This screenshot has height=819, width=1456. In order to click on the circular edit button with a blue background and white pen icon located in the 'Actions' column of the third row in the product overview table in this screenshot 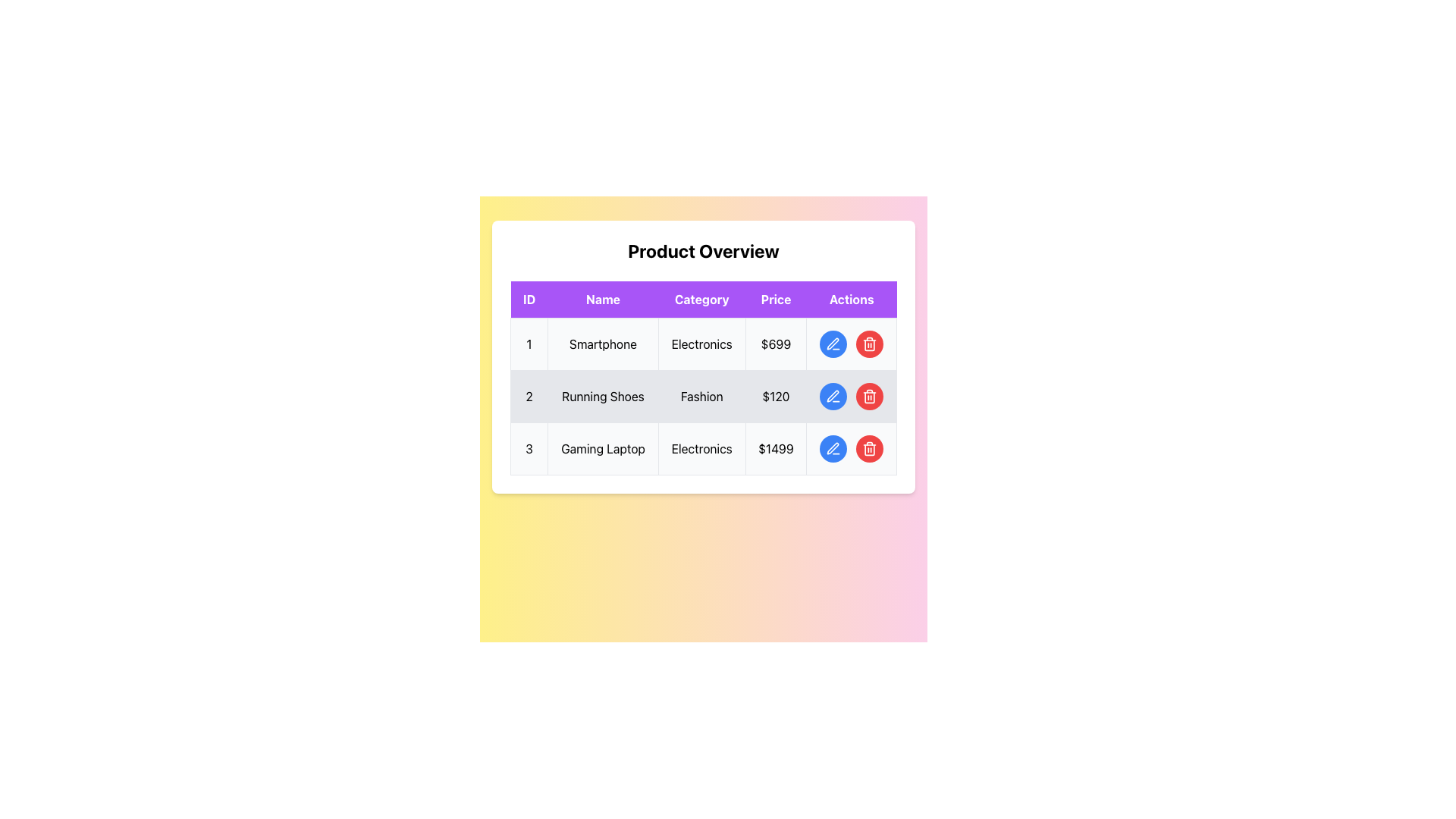, I will do `click(833, 447)`.